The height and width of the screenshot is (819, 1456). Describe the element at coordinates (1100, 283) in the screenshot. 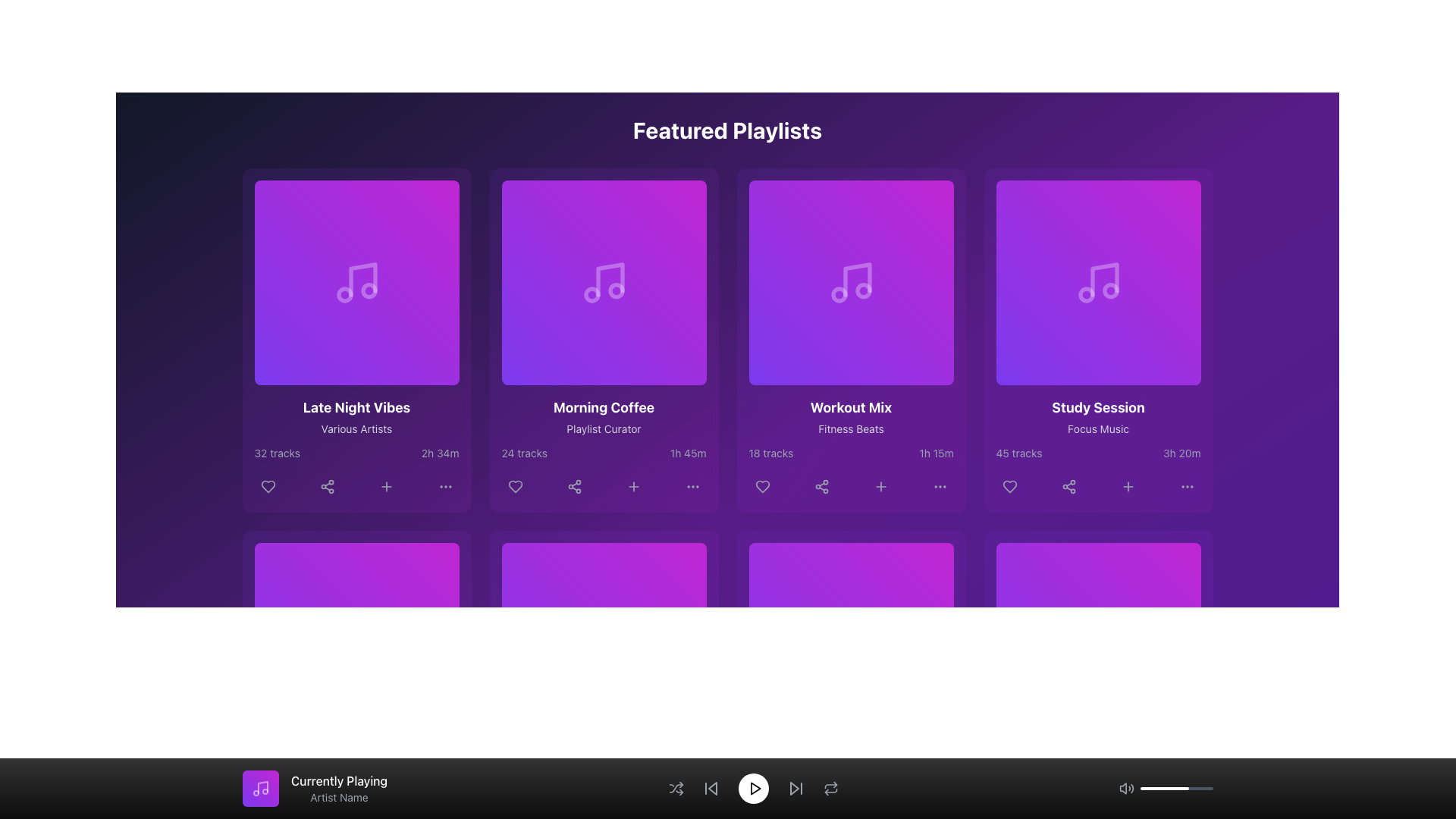

I see `the play icon, which is a triangular play button with a white stroke set within a circular background, centrally positioned in the top area of the 'Study Session' playlist card in the 'Featured Playlists' grid` at that location.